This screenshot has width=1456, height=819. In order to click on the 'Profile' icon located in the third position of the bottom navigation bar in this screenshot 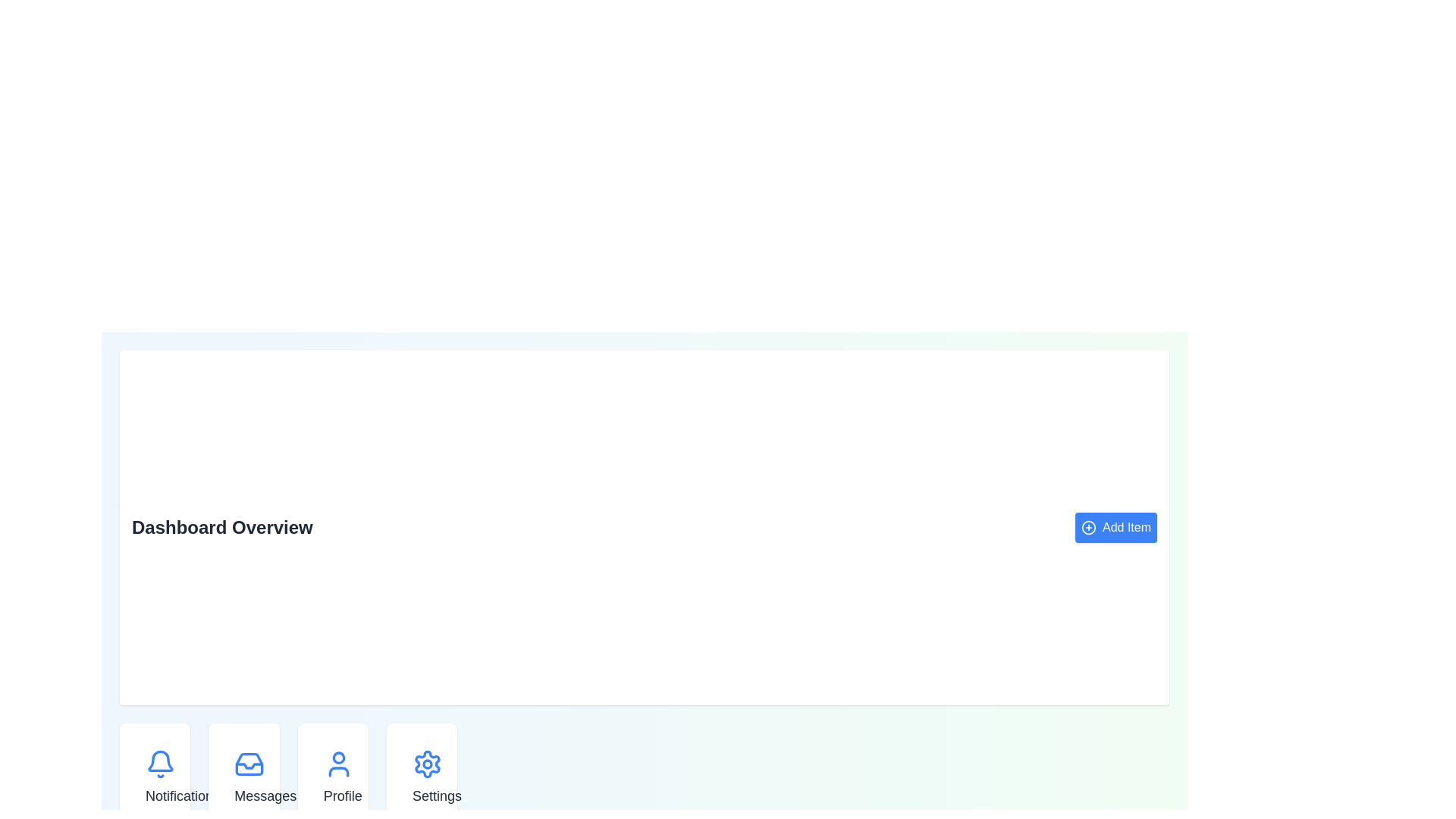, I will do `click(337, 764)`.